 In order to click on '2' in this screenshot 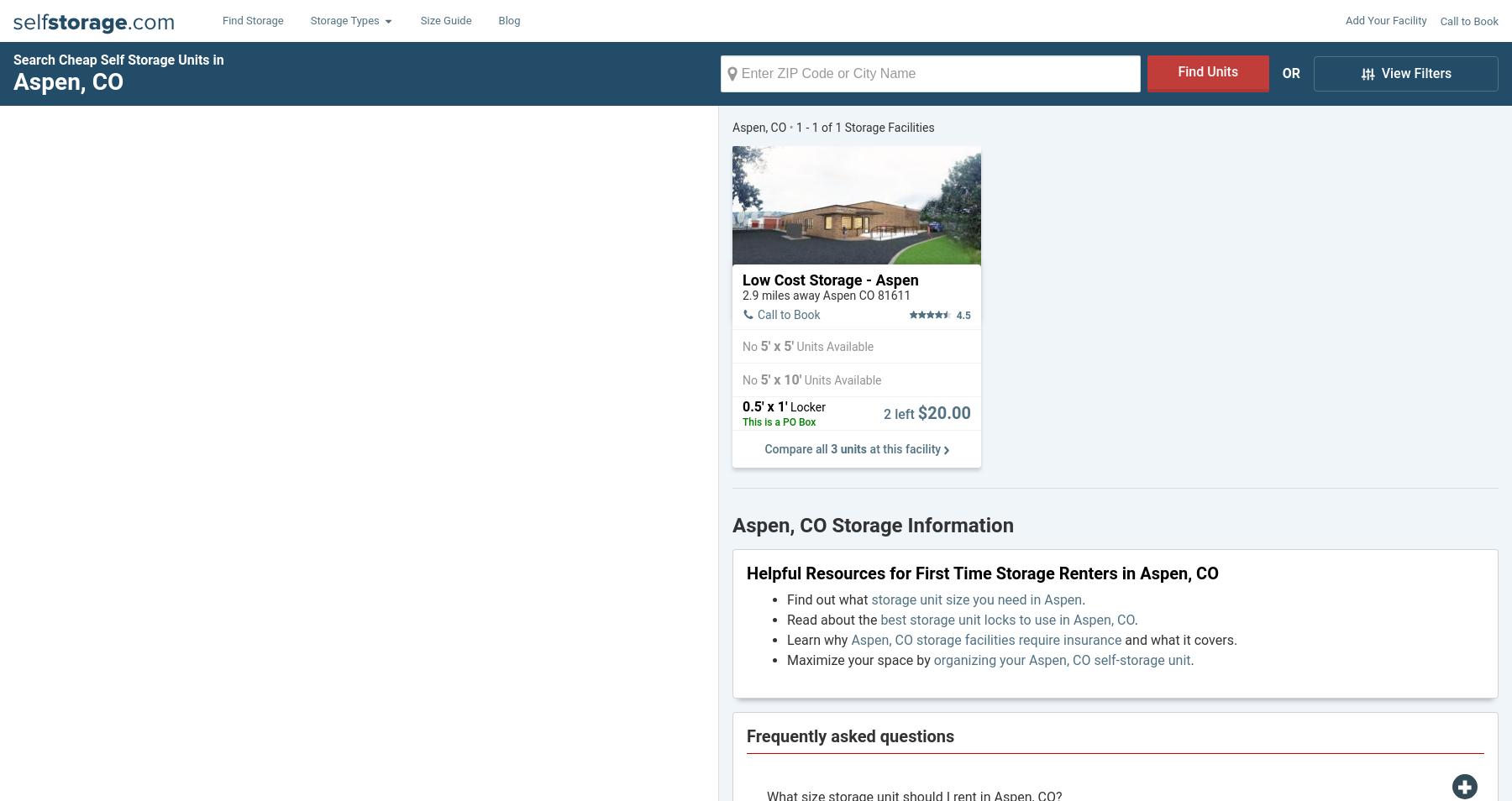, I will do `click(883, 412)`.